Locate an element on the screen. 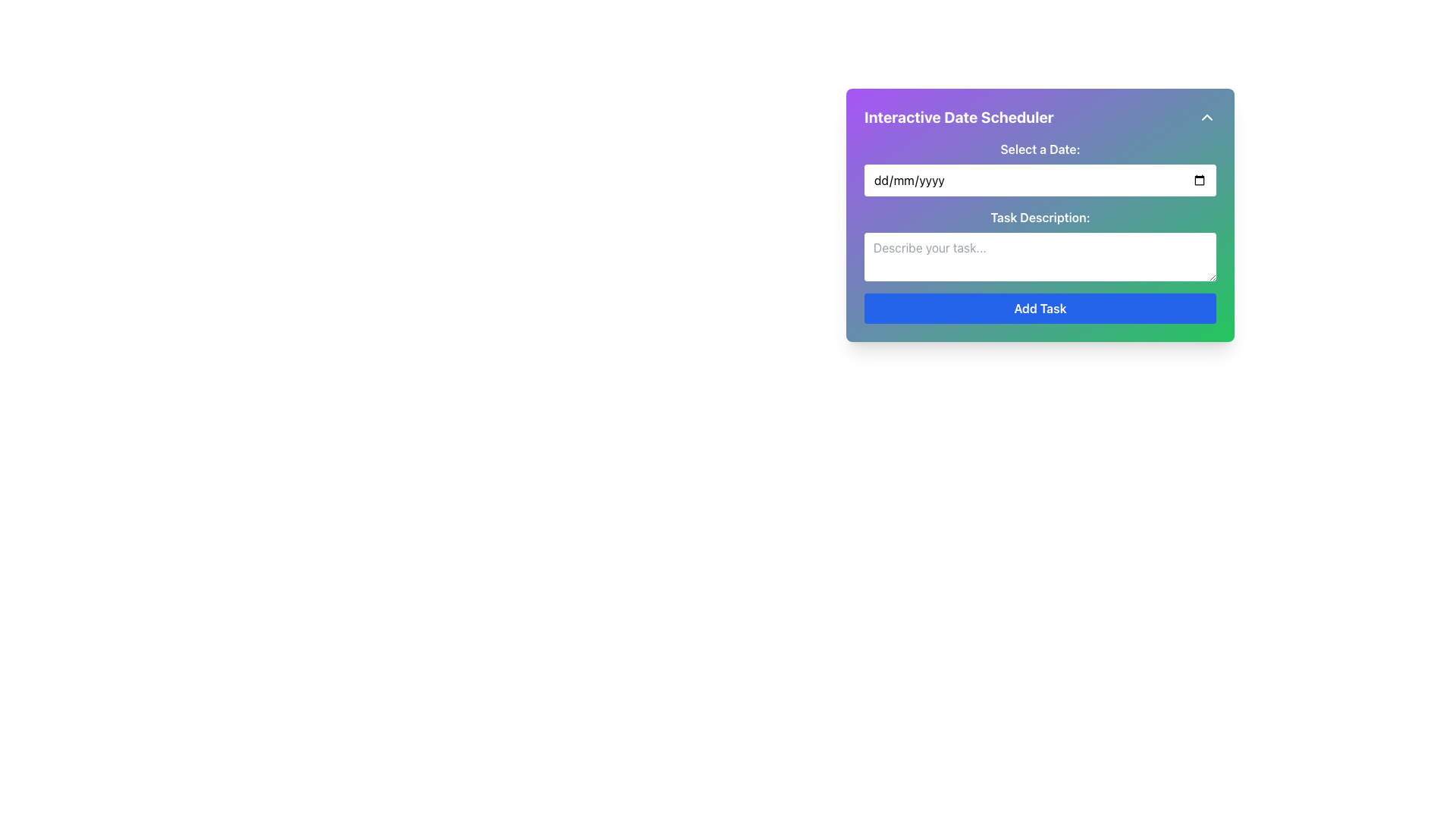 The image size is (1456, 819). the arrow icon located at the far-right corner of the 'Interactive Date Scheduler' card title is located at coordinates (1040, 116).